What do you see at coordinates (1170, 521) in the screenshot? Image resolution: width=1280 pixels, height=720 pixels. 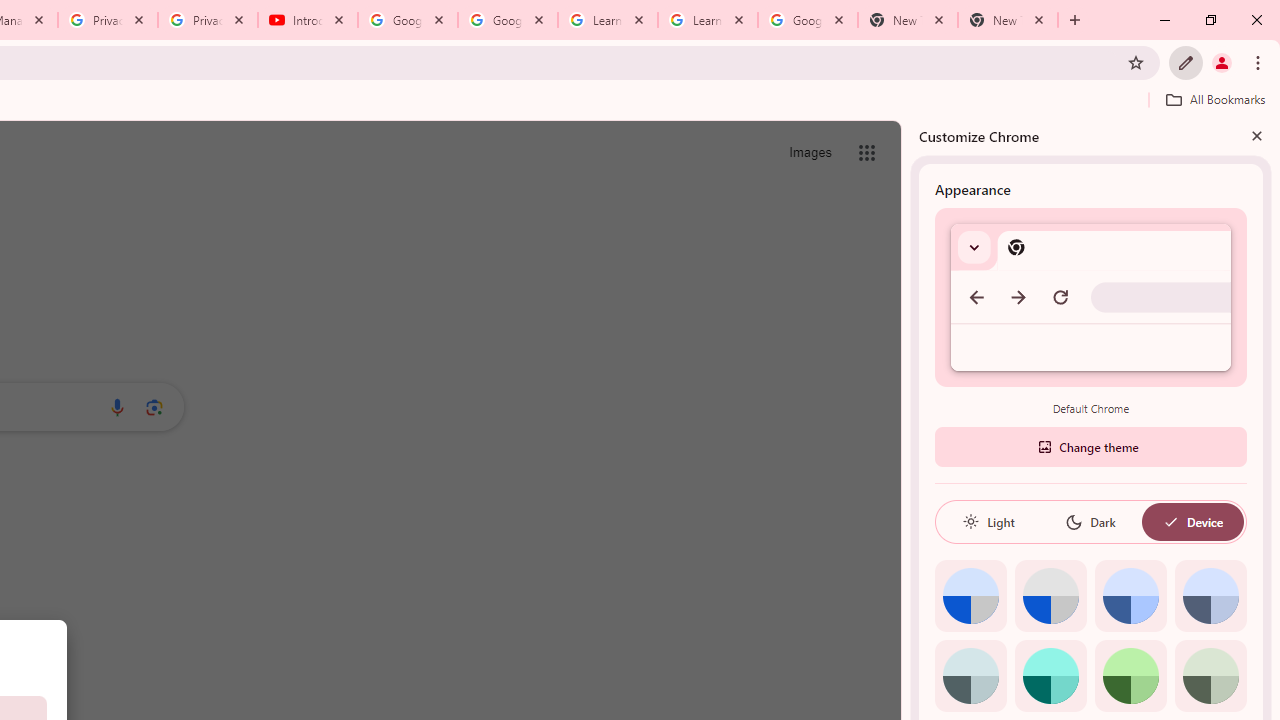 I see `'AutomationID: baseSvg'` at bounding box center [1170, 521].